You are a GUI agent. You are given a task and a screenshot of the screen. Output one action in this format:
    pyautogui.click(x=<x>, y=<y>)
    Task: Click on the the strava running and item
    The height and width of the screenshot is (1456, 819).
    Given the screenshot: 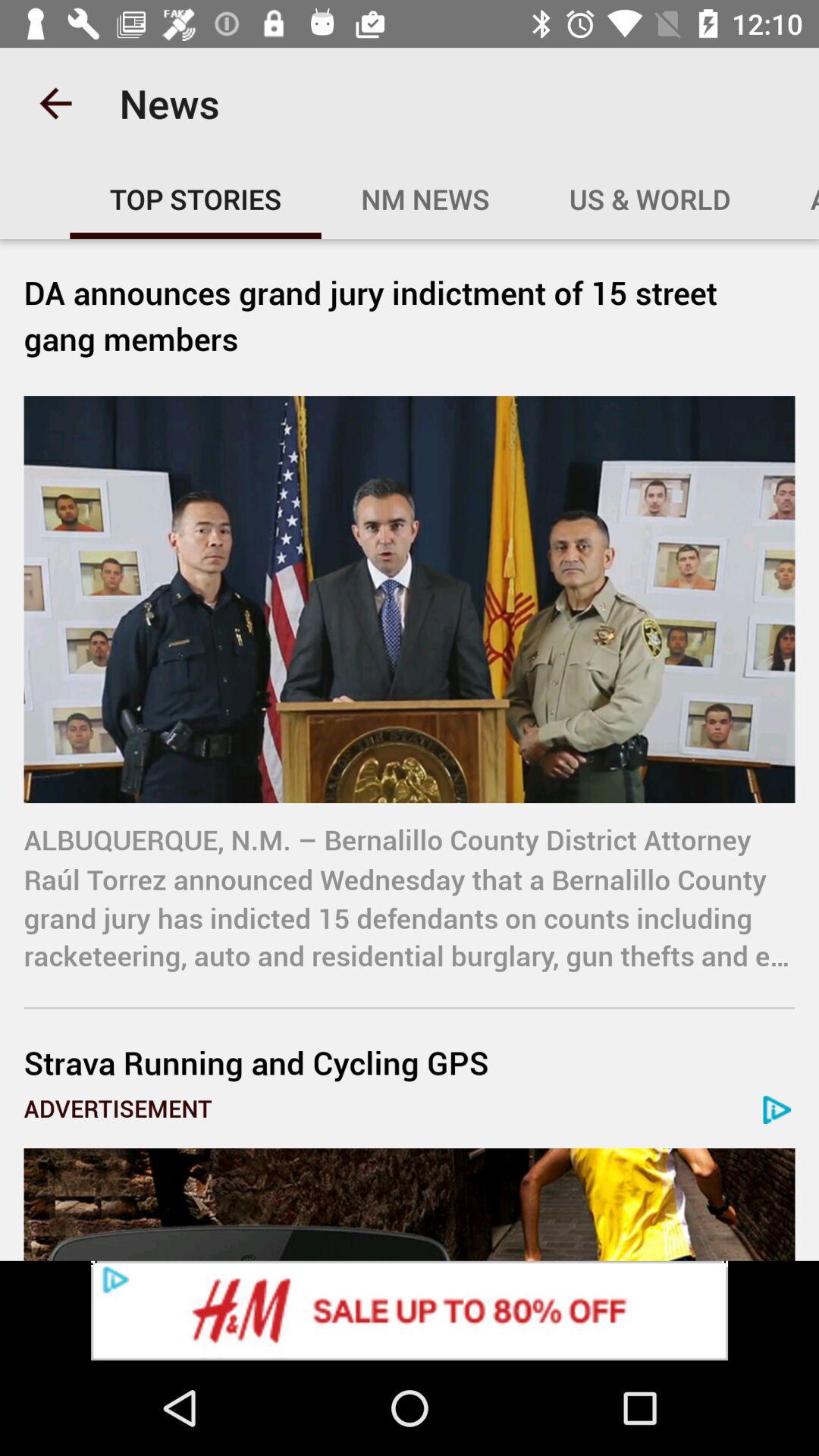 What is the action you would take?
    pyautogui.click(x=409, y=1062)
    